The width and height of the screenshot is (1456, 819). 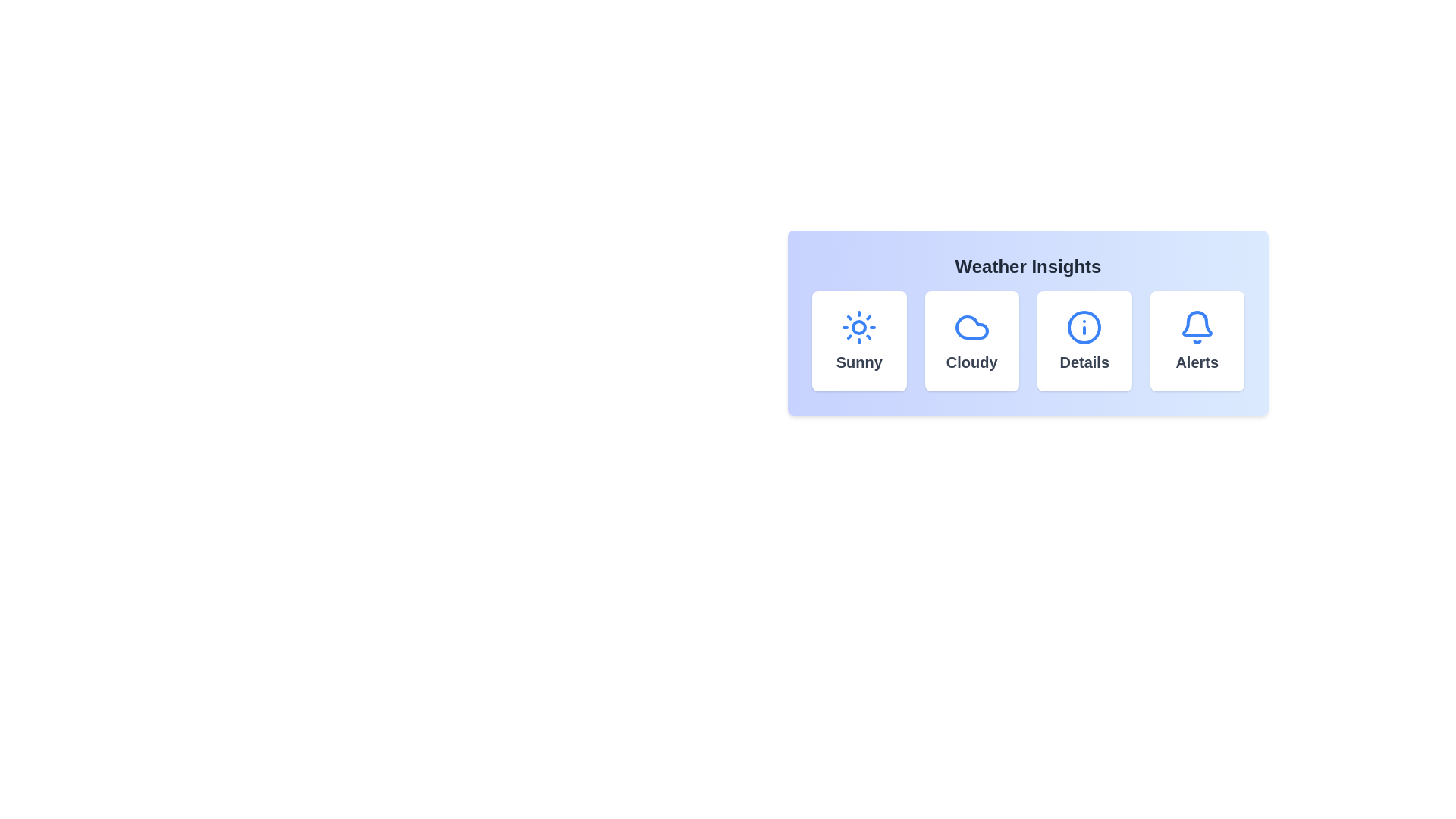 What do you see at coordinates (1084, 362) in the screenshot?
I see `the 'Details' text label, which is bold and large, centered beneath an 'info' icon in the 'Weather Insights' section` at bounding box center [1084, 362].